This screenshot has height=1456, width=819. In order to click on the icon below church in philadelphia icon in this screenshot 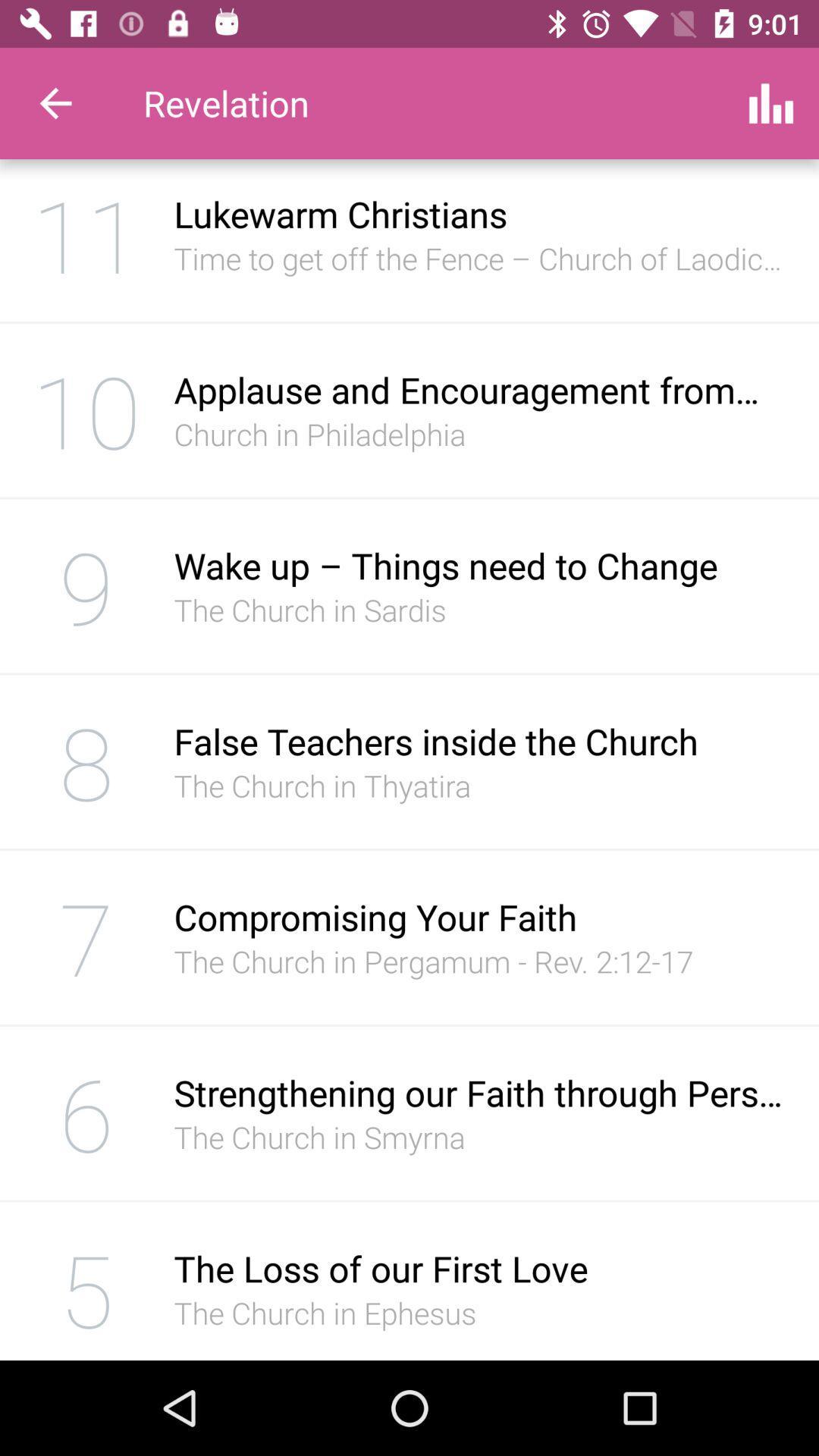, I will do `click(480, 564)`.